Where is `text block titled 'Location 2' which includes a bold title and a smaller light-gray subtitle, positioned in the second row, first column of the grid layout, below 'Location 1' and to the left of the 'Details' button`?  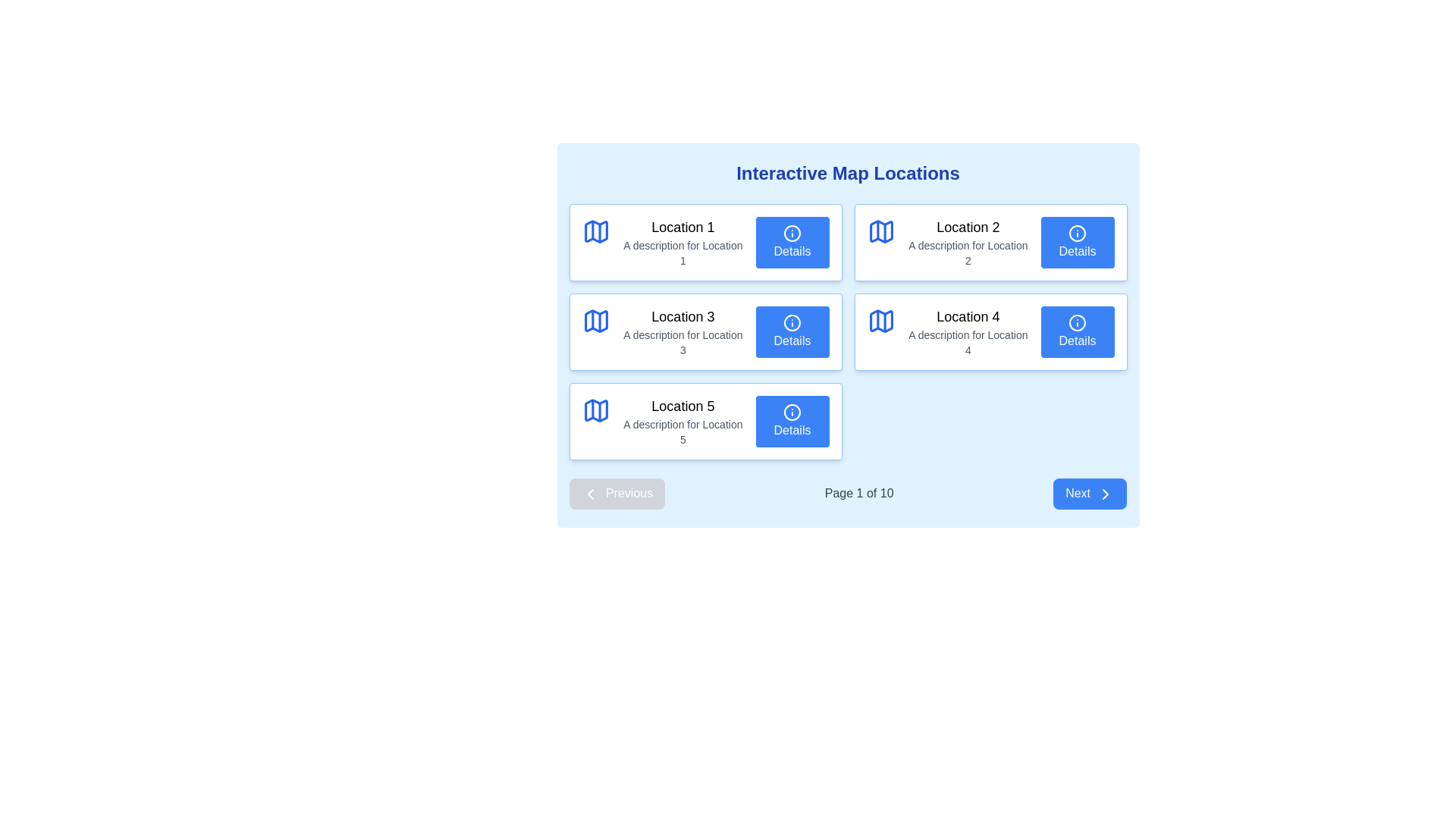
text block titled 'Location 2' which includes a bold title and a smaller light-gray subtitle, positioned in the second row, first column of the grid layout, below 'Location 1' and to the left of the 'Details' button is located at coordinates (967, 242).